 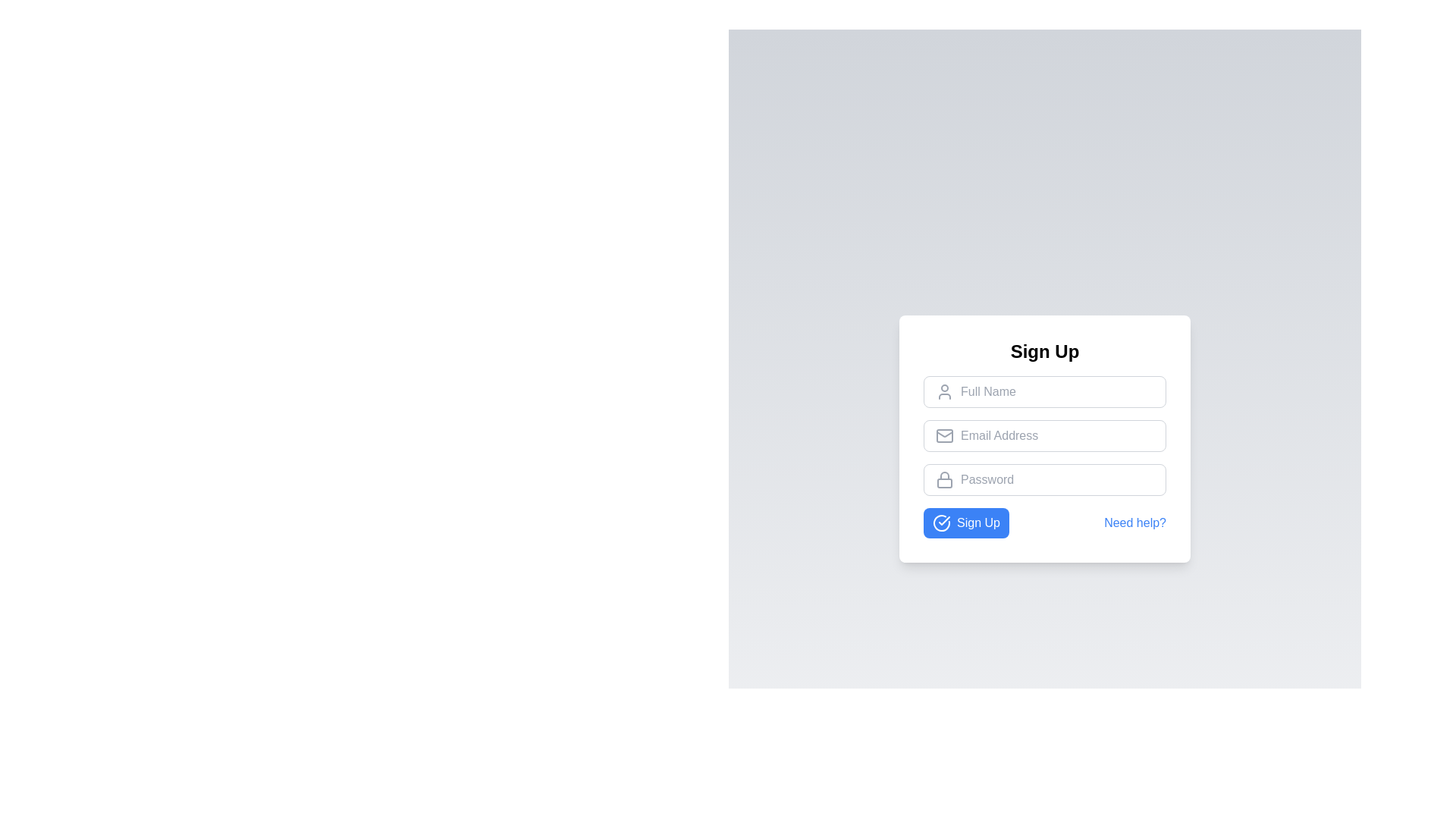 What do you see at coordinates (1043, 479) in the screenshot?
I see `the Password input field located below the 'Full Name' and 'Email Address' input fields in the 'Sign Up' section to focus on it` at bounding box center [1043, 479].